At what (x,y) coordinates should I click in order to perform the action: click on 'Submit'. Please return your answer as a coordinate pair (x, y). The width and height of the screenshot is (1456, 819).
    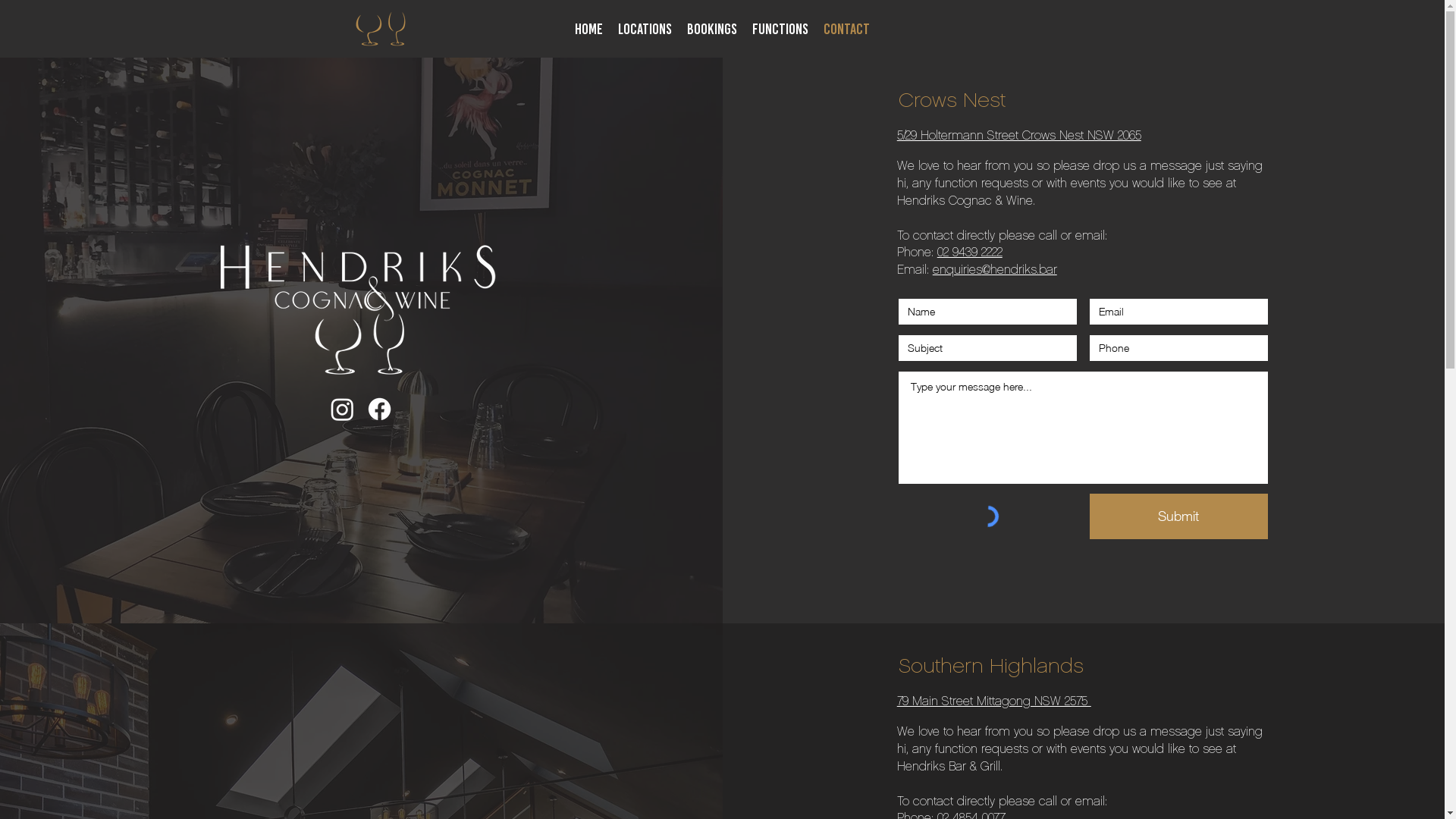
    Looking at the image, I should click on (1178, 516).